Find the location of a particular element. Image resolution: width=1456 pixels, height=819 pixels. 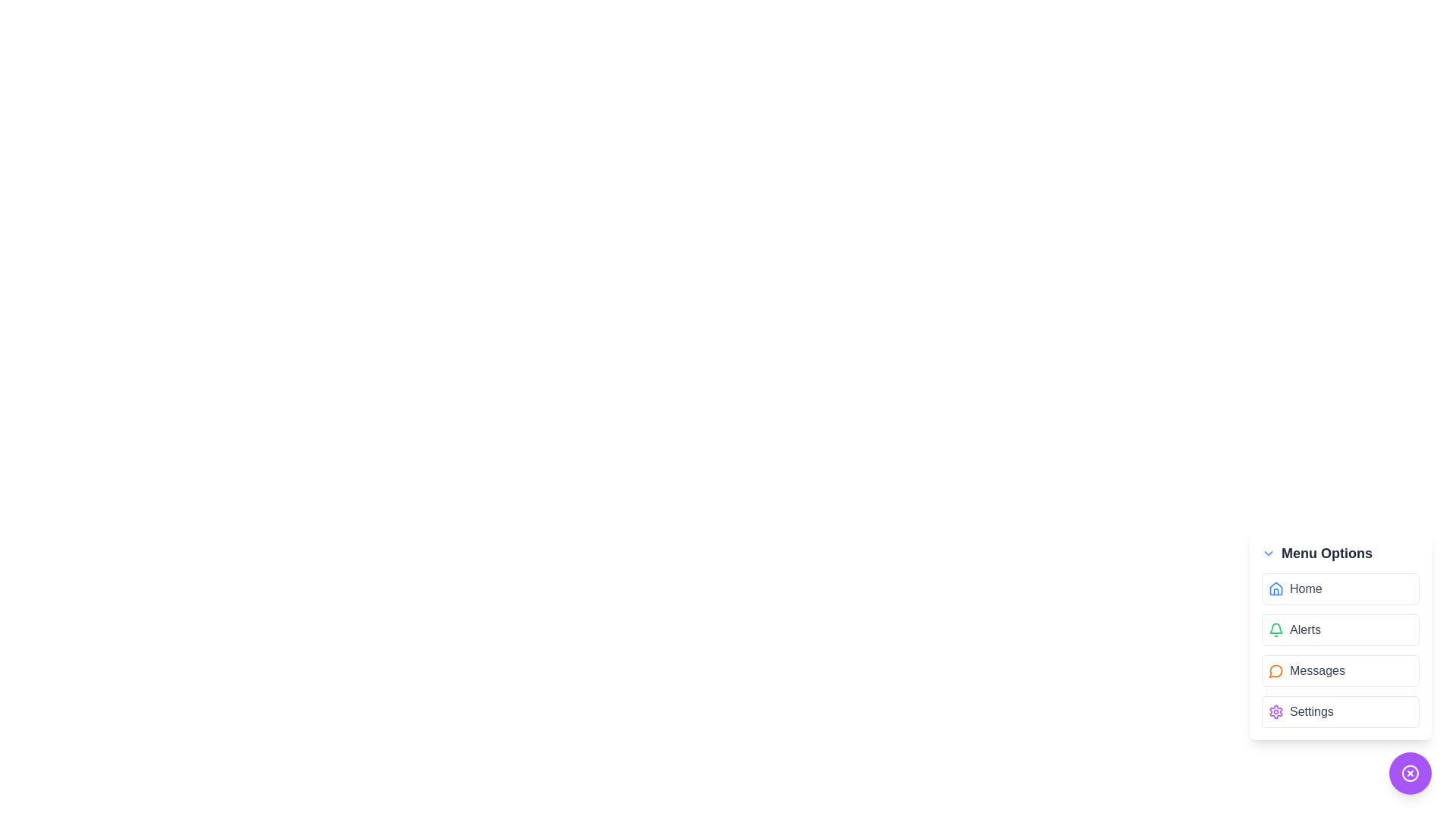

the 'Messages' button located in the vertical list menu titled 'Menu Options', which is the third option between 'Alerts' and 'Settings' is located at coordinates (1340, 670).